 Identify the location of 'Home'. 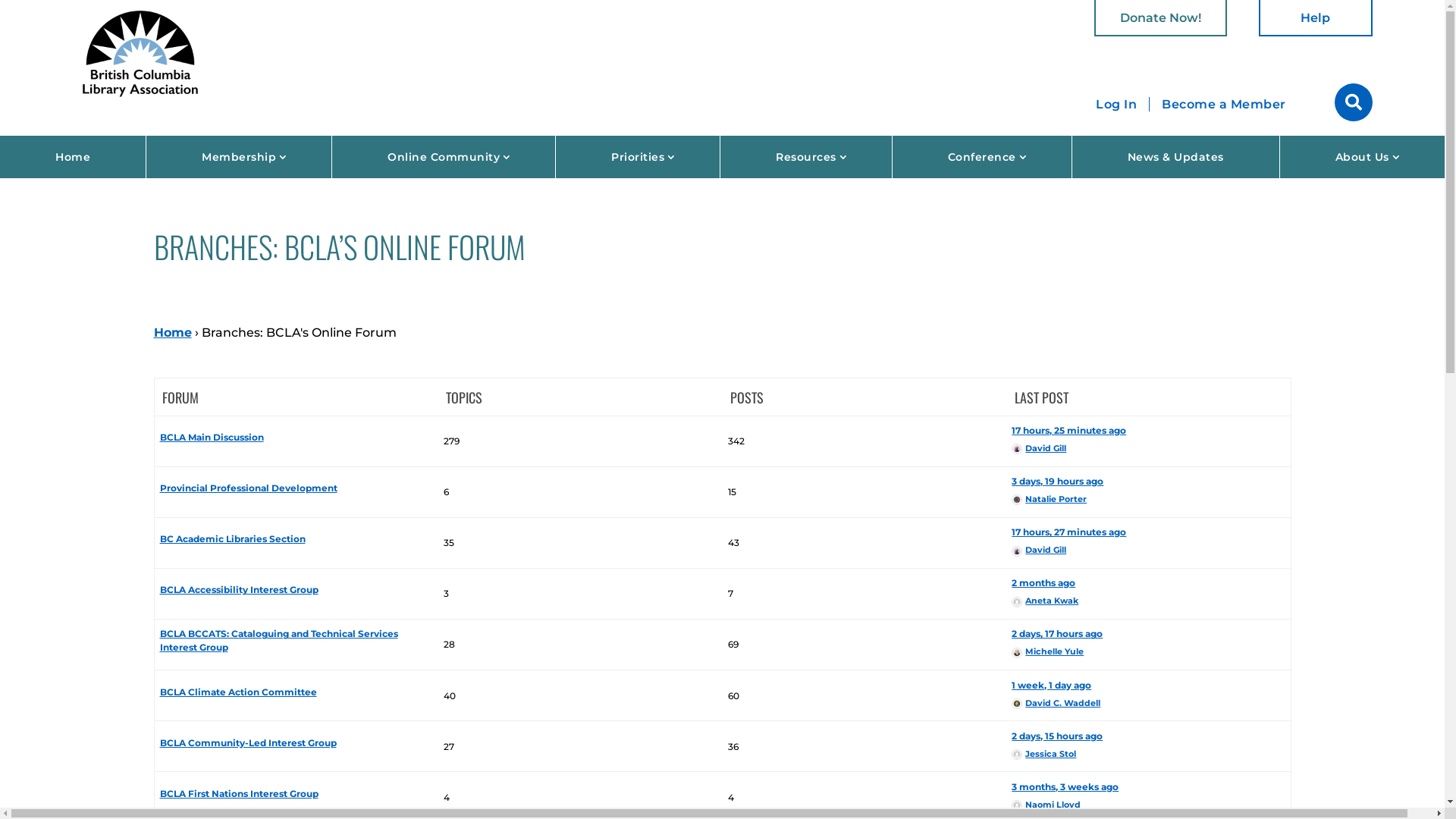
(171, 331).